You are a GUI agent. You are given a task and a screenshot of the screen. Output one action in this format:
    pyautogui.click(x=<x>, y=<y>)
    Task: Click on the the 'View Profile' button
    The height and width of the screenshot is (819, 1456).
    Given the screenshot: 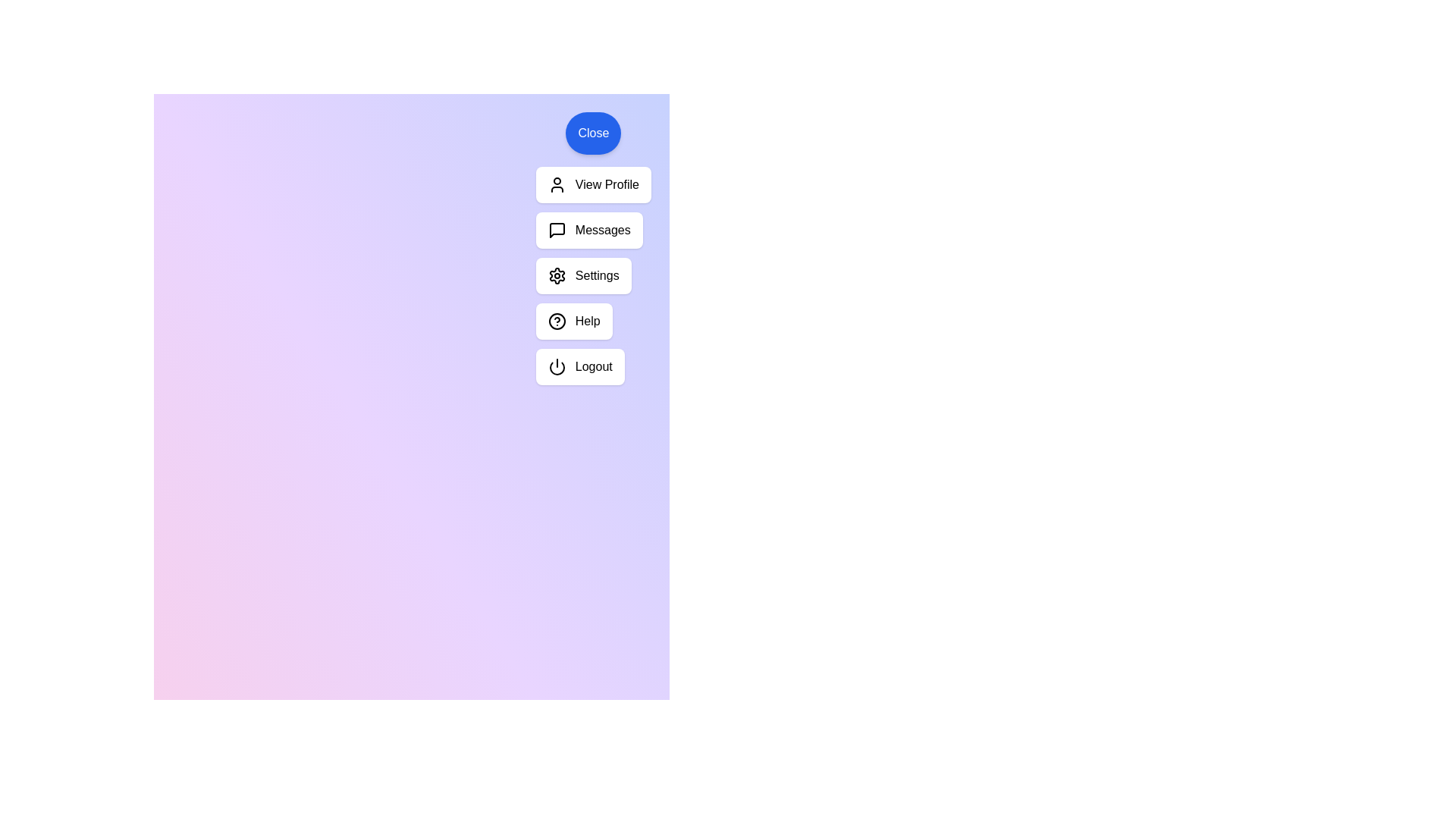 What is the action you would take?
    pyautogui.click(x=592, y=184)
    